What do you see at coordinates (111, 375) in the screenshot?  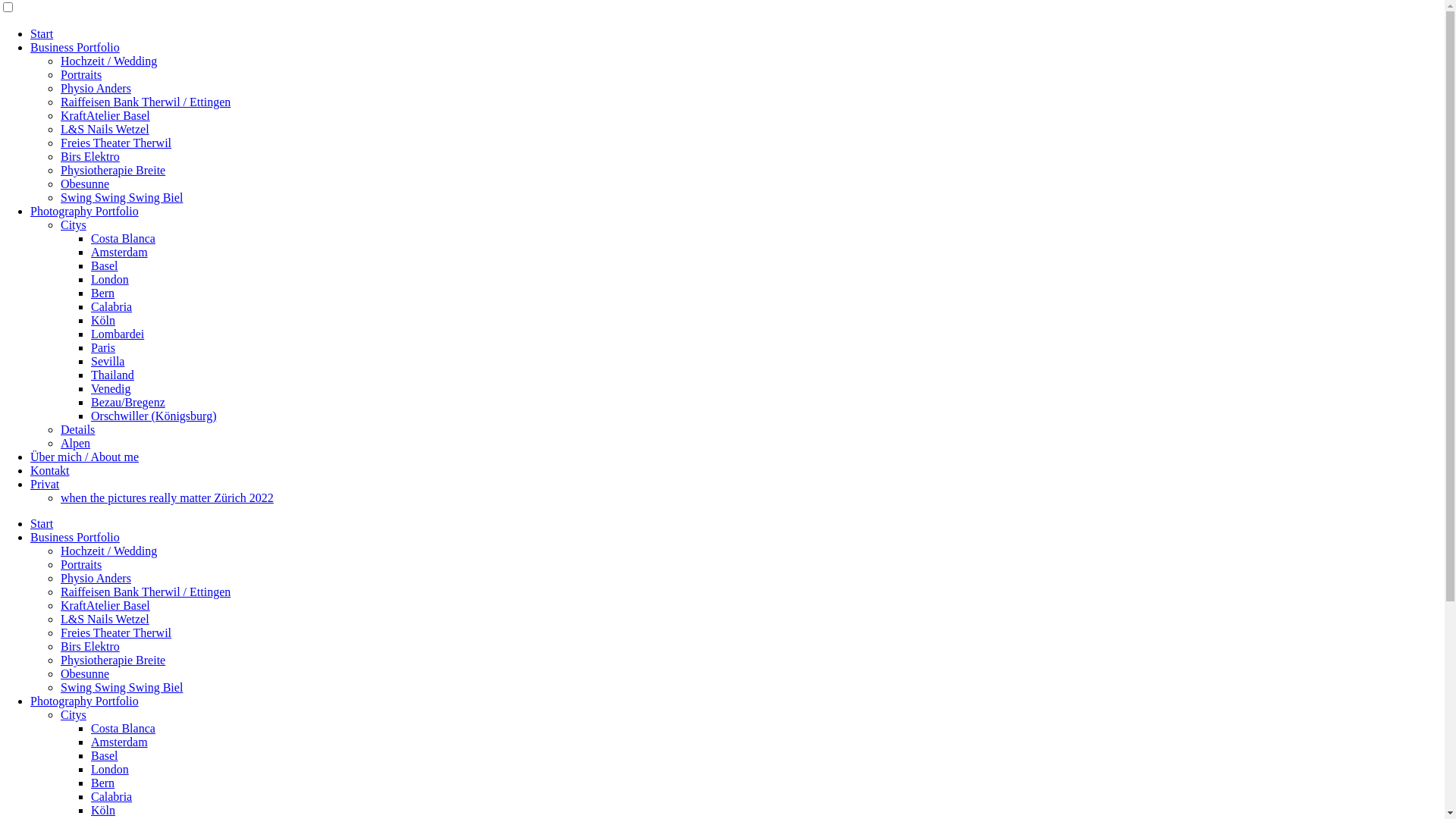 I see `'Thailand'` at bounding box center [111, 375].